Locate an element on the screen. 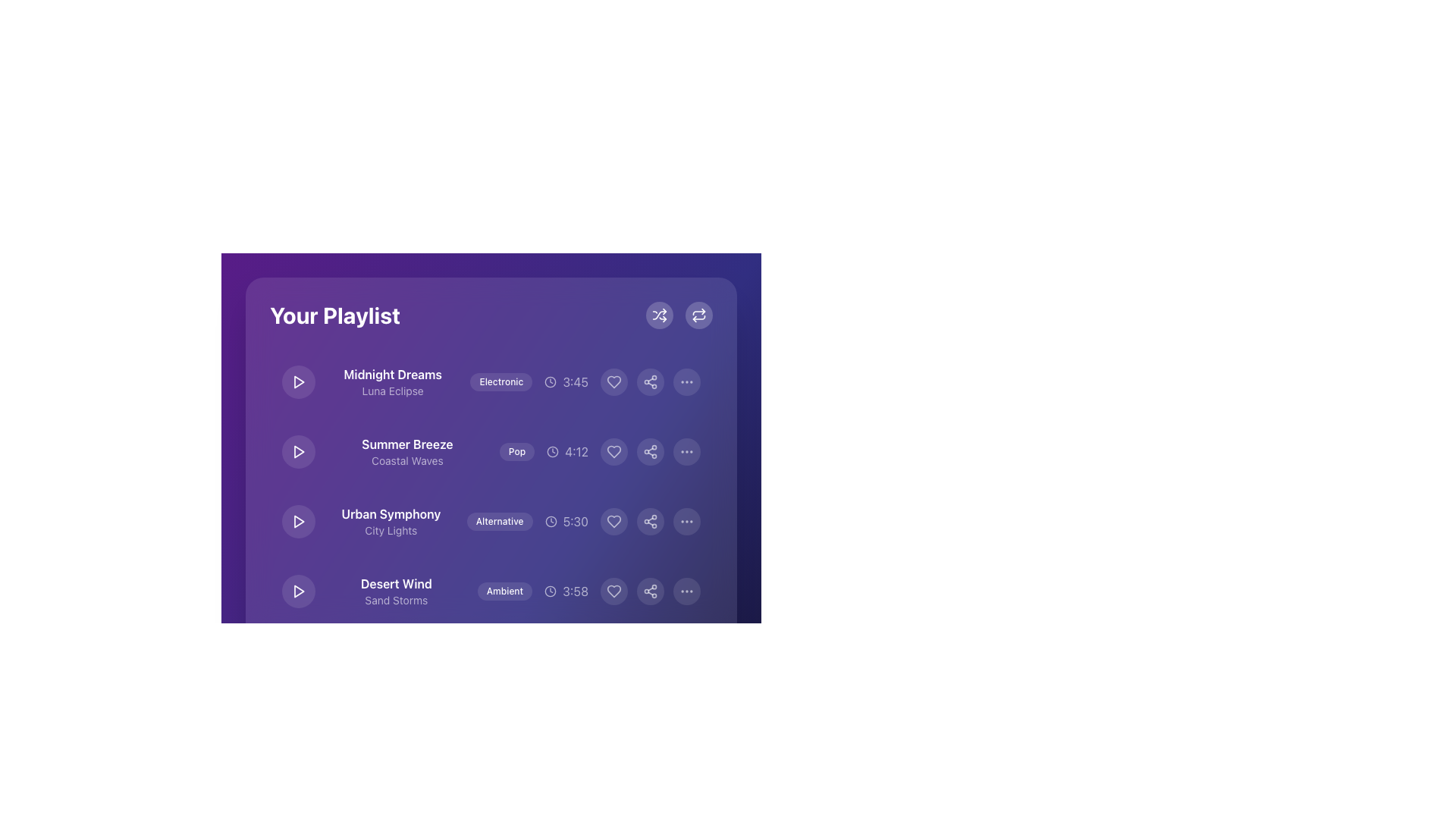 This screenshot has height=819, width=1456. the heart-shaped icon located in the first item's row of the playlist interface to mark the associated content as favorite is located at coordinates (614, 381).